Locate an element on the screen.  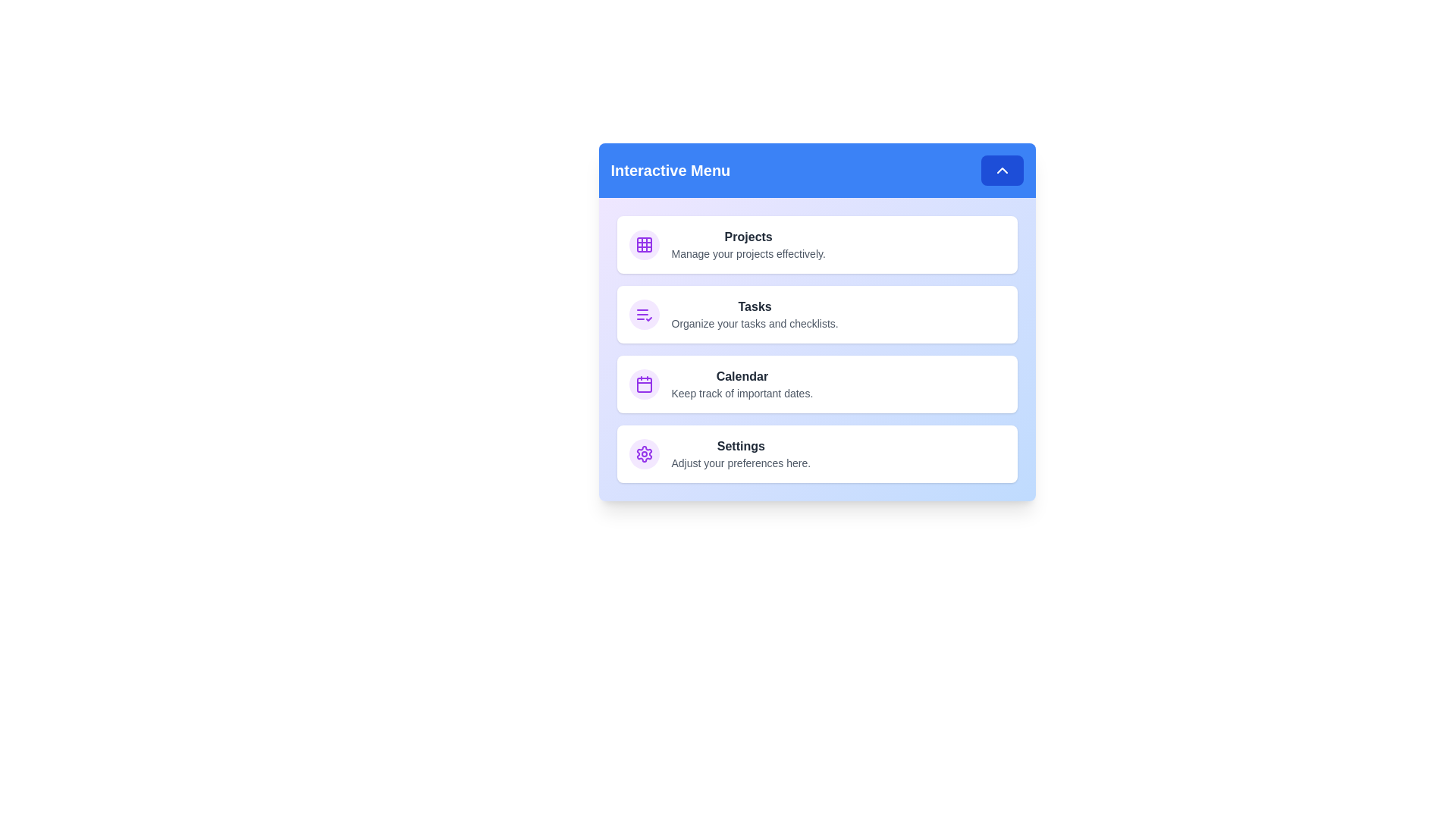
the menu item corresponding to Tasks is located at coordinates (816, 314).